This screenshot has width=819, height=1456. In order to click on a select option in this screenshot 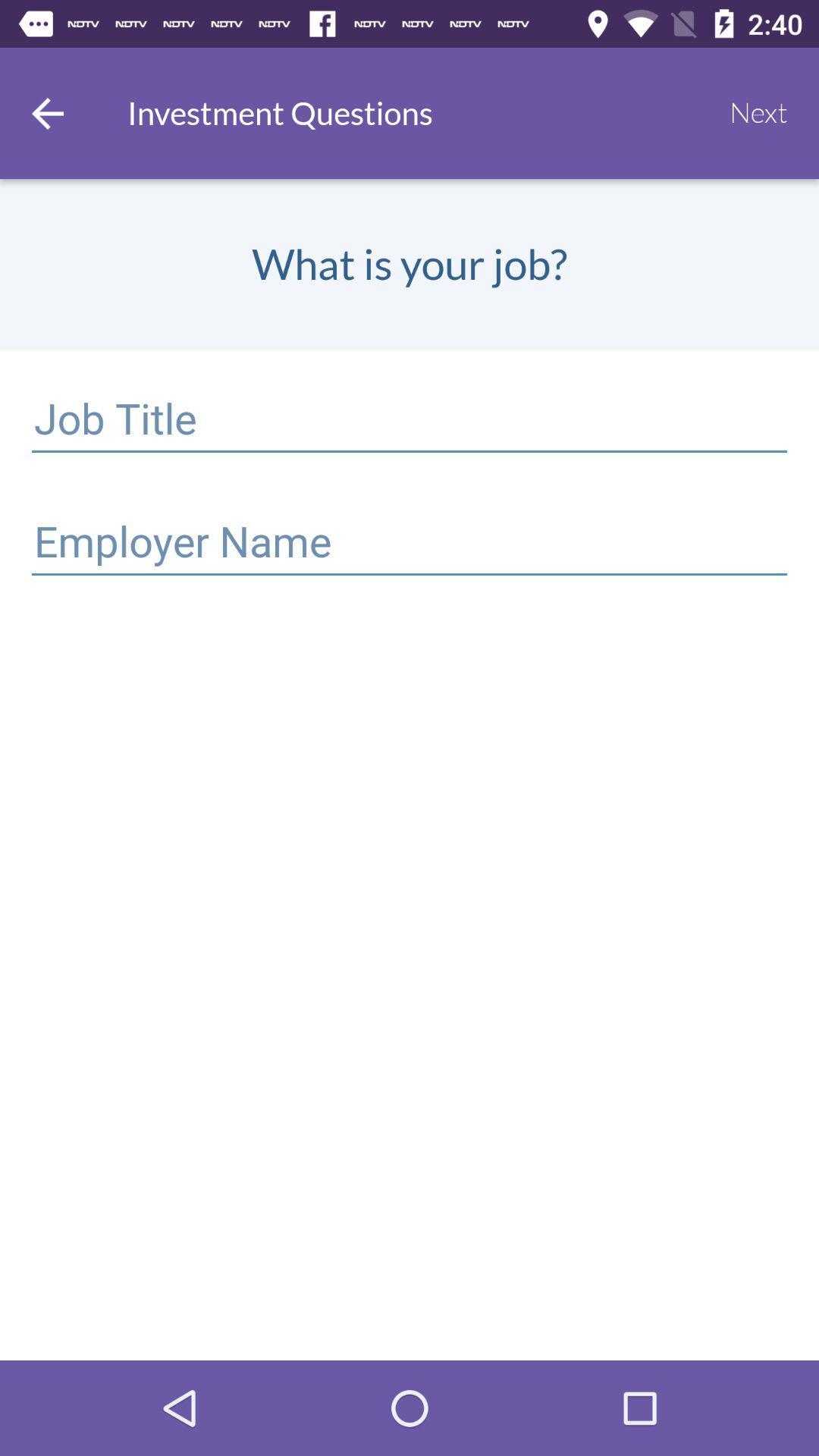, I will do `click(409, 544)`.